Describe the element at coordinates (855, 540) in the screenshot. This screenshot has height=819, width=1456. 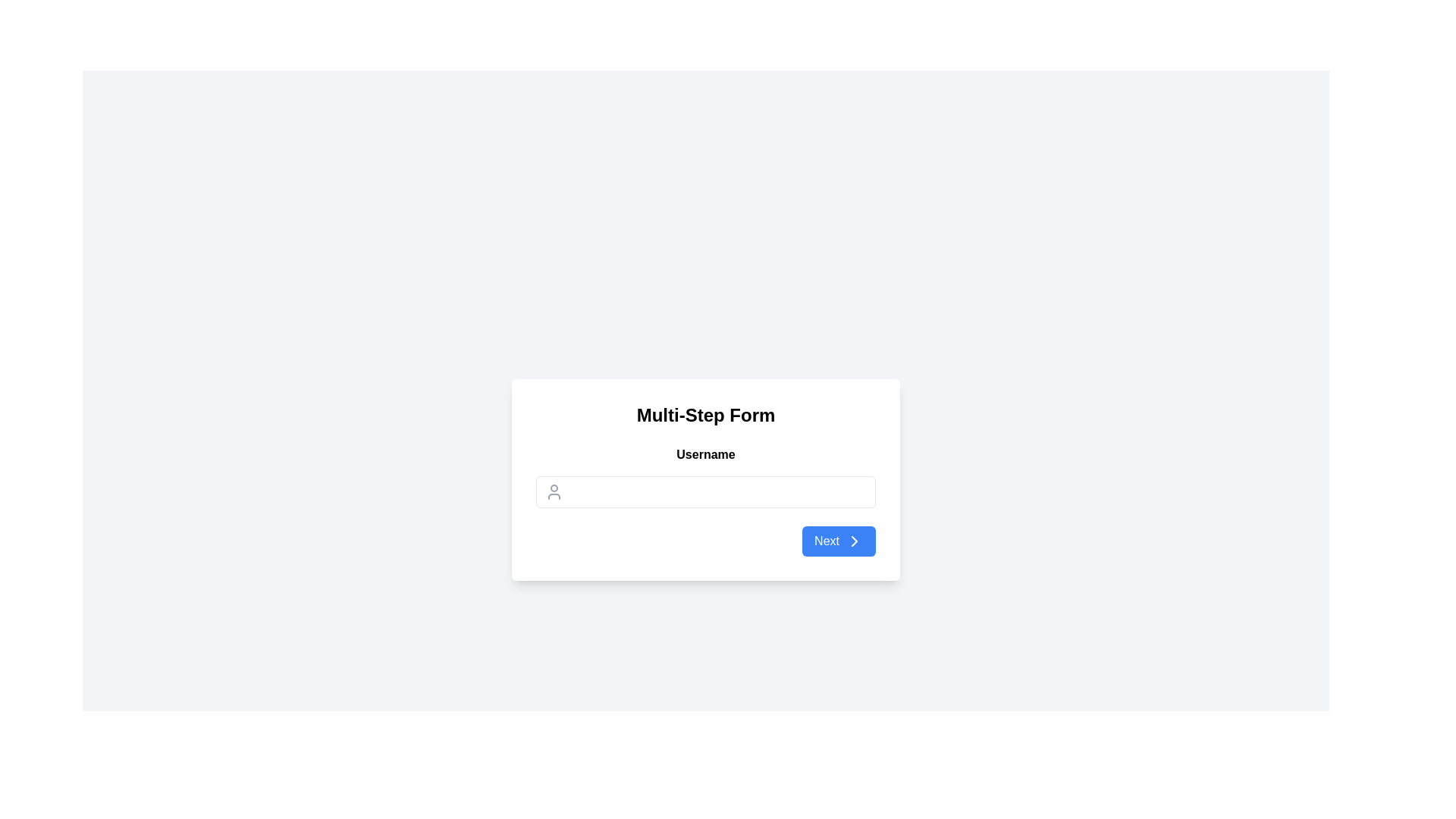
I see `the Chevron Right icon located on the blue 'Next' button at the bottom right of the form interface, which indicates navigation to the next step` at that location.